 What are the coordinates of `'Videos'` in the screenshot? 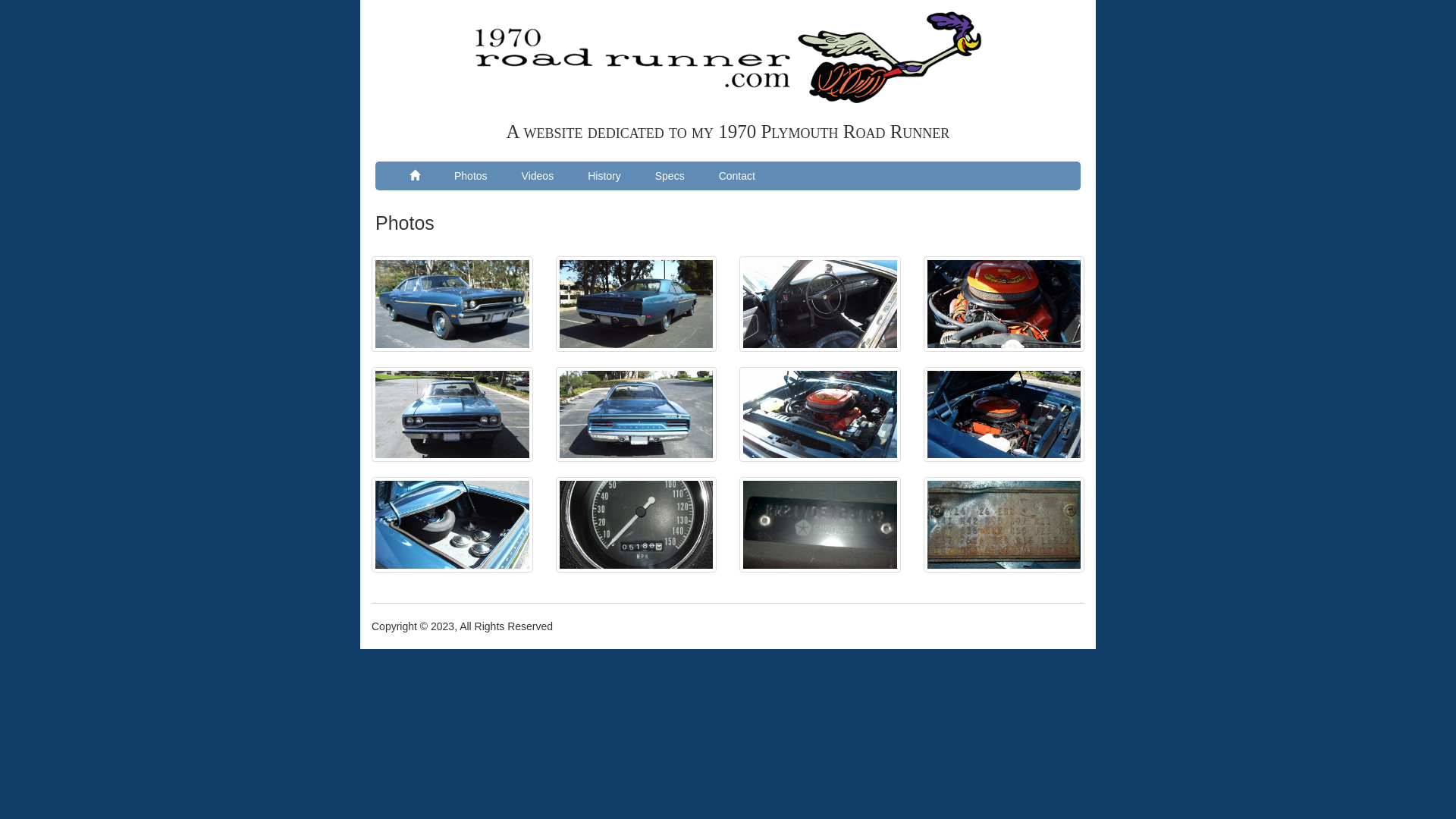 It's located at (538, 174).